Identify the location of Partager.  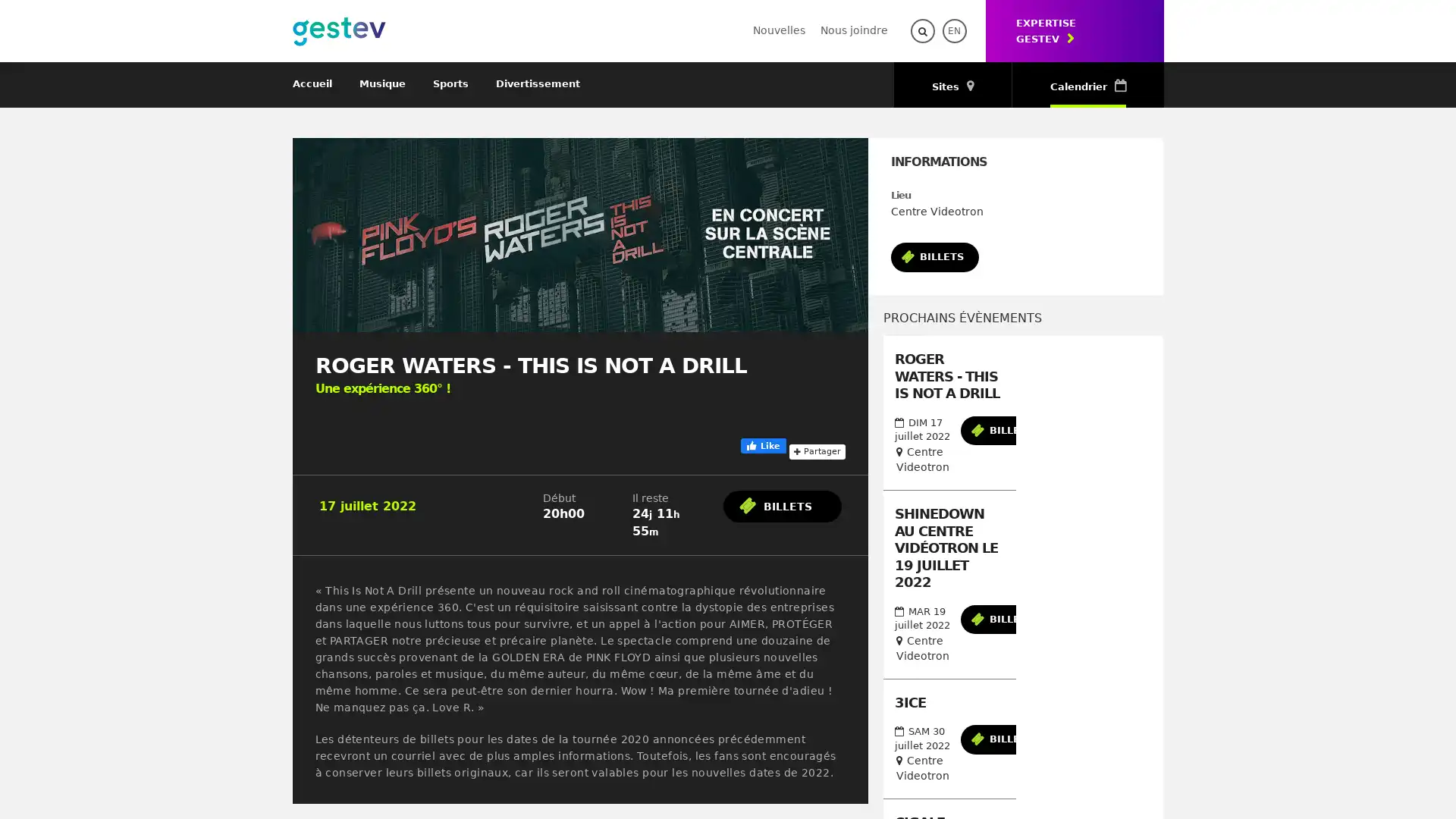
(815, 450).